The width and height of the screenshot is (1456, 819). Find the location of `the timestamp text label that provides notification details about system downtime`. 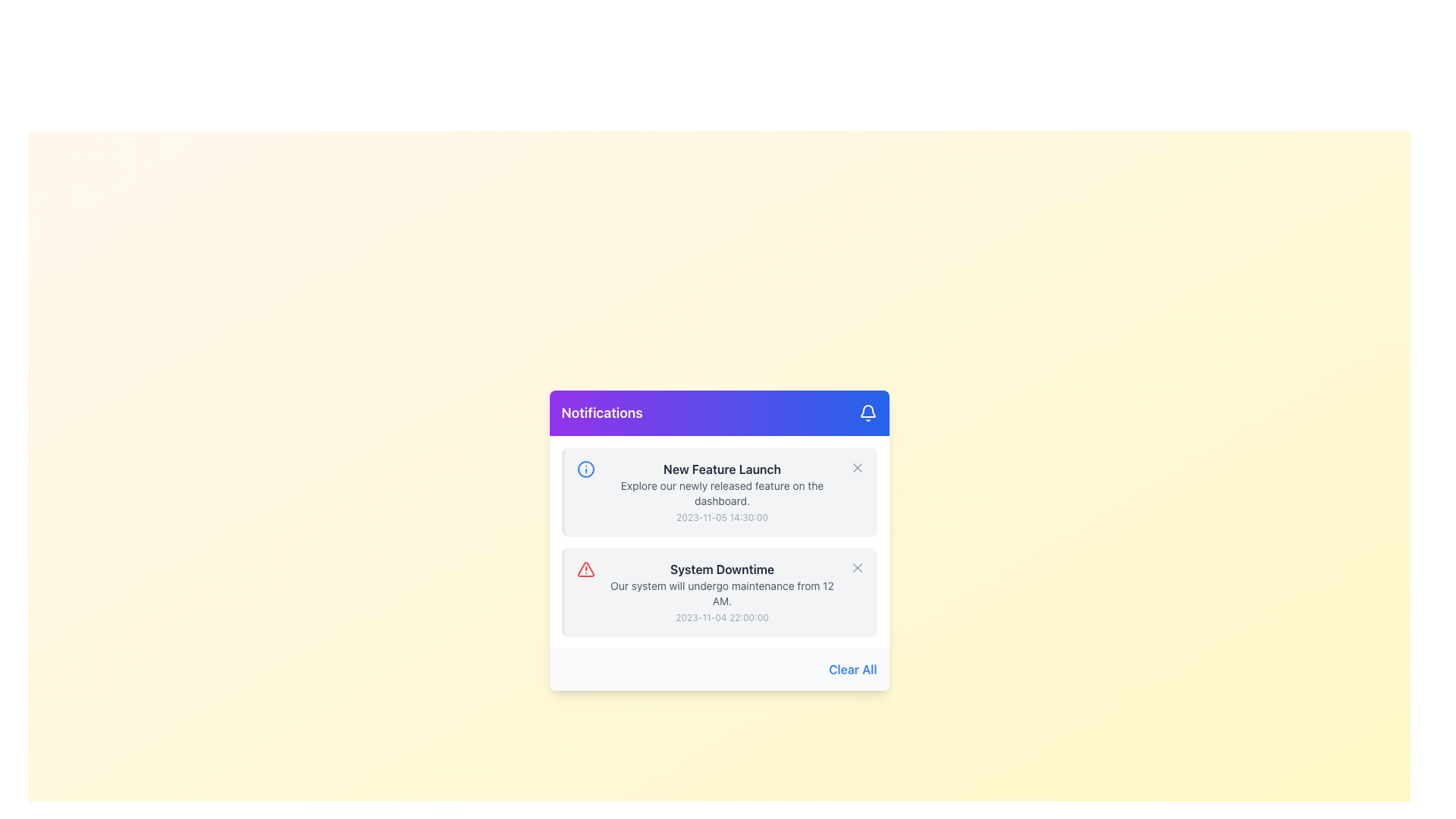

the timestamp text label that provides notification details about system downtime is located at coordinates (721, 617).